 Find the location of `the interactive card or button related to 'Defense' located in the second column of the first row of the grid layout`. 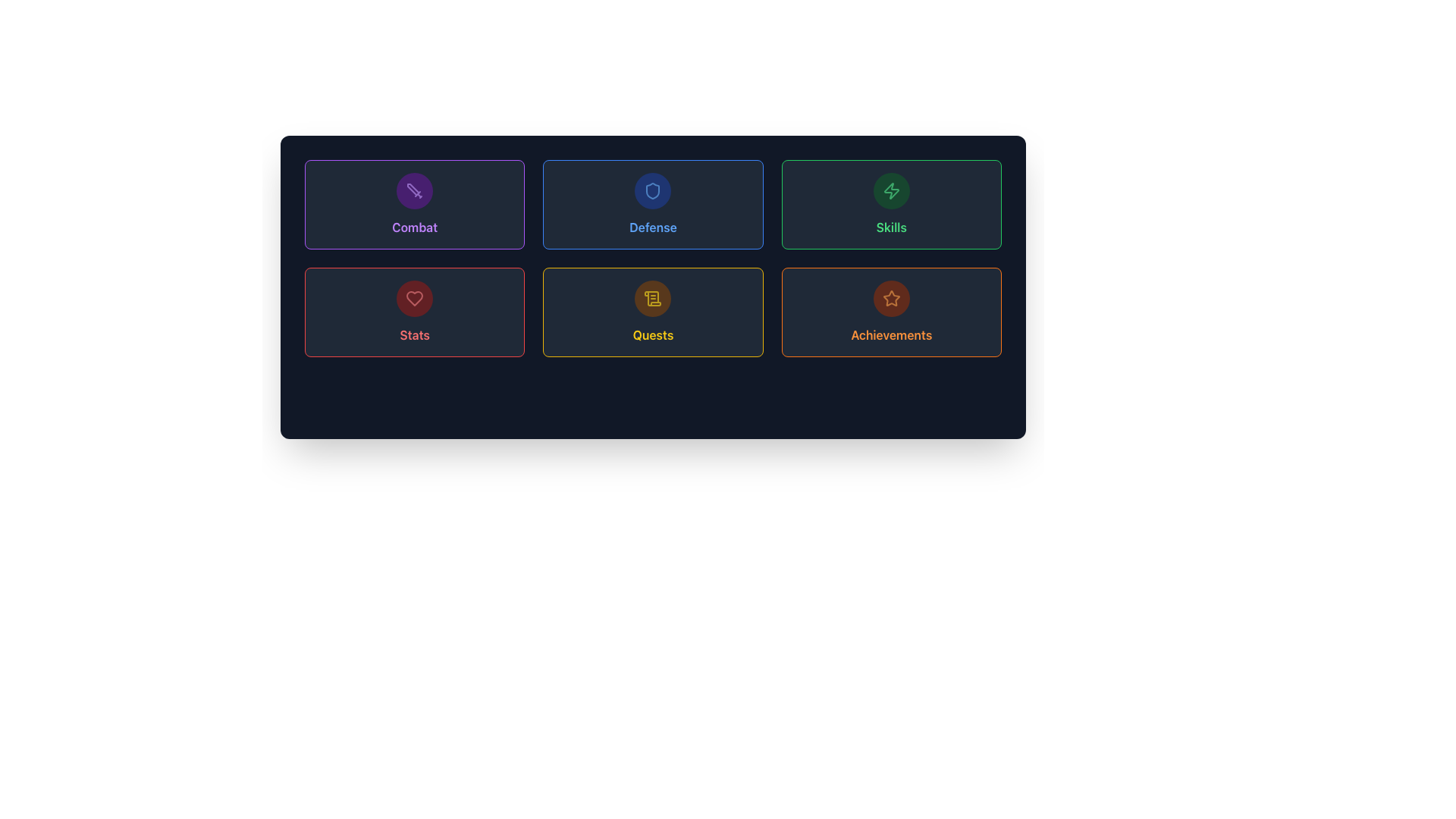

the interactive card or button related to 'Defense' located in the second column of the first row of the grid layout is located at coordinates (653, 205).